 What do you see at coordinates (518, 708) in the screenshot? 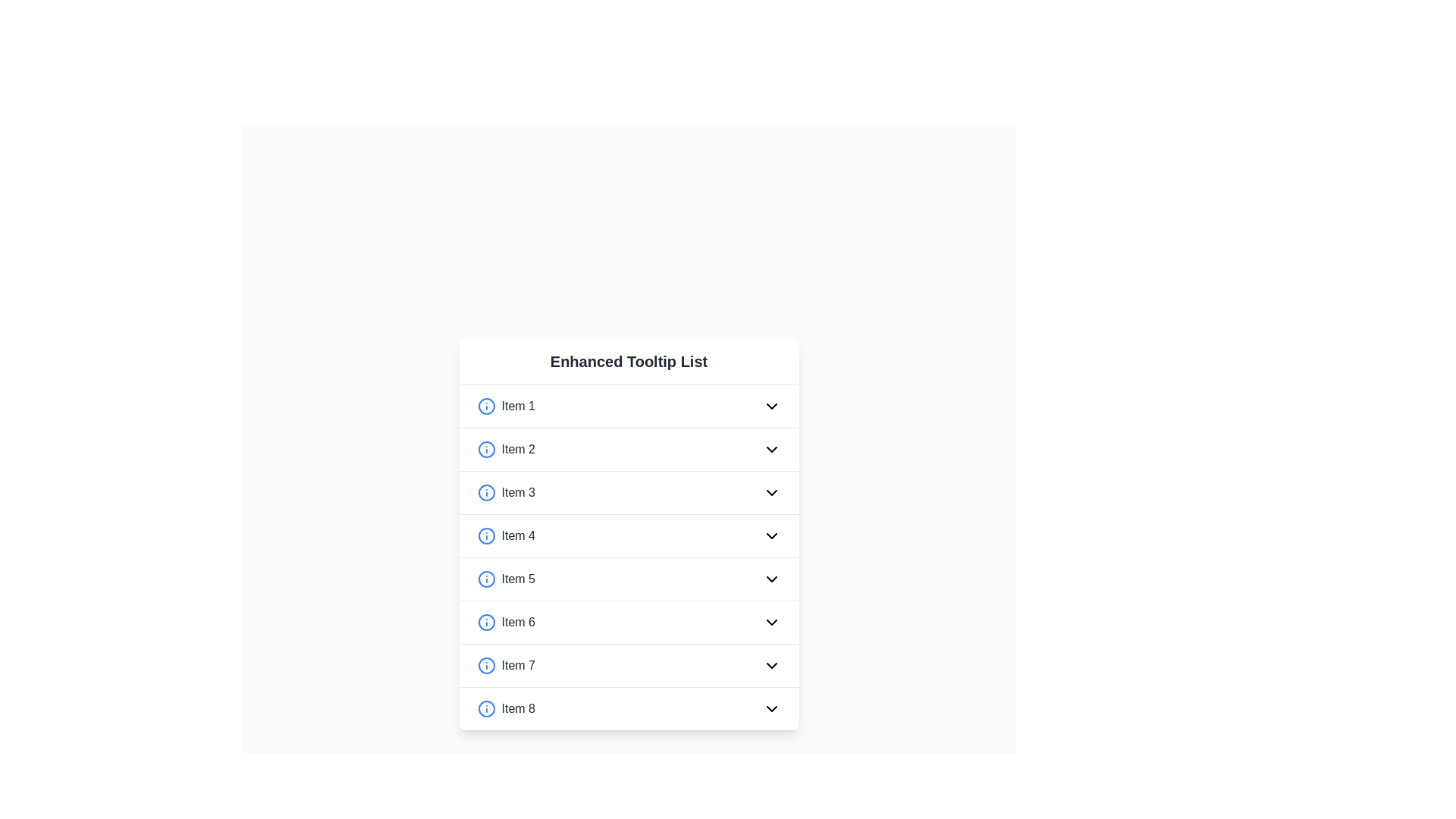
I see `the label element displaying 'Item 8', which is styled in gray and located in the eighth row of a vertical list` at bounding box center [518, 708].